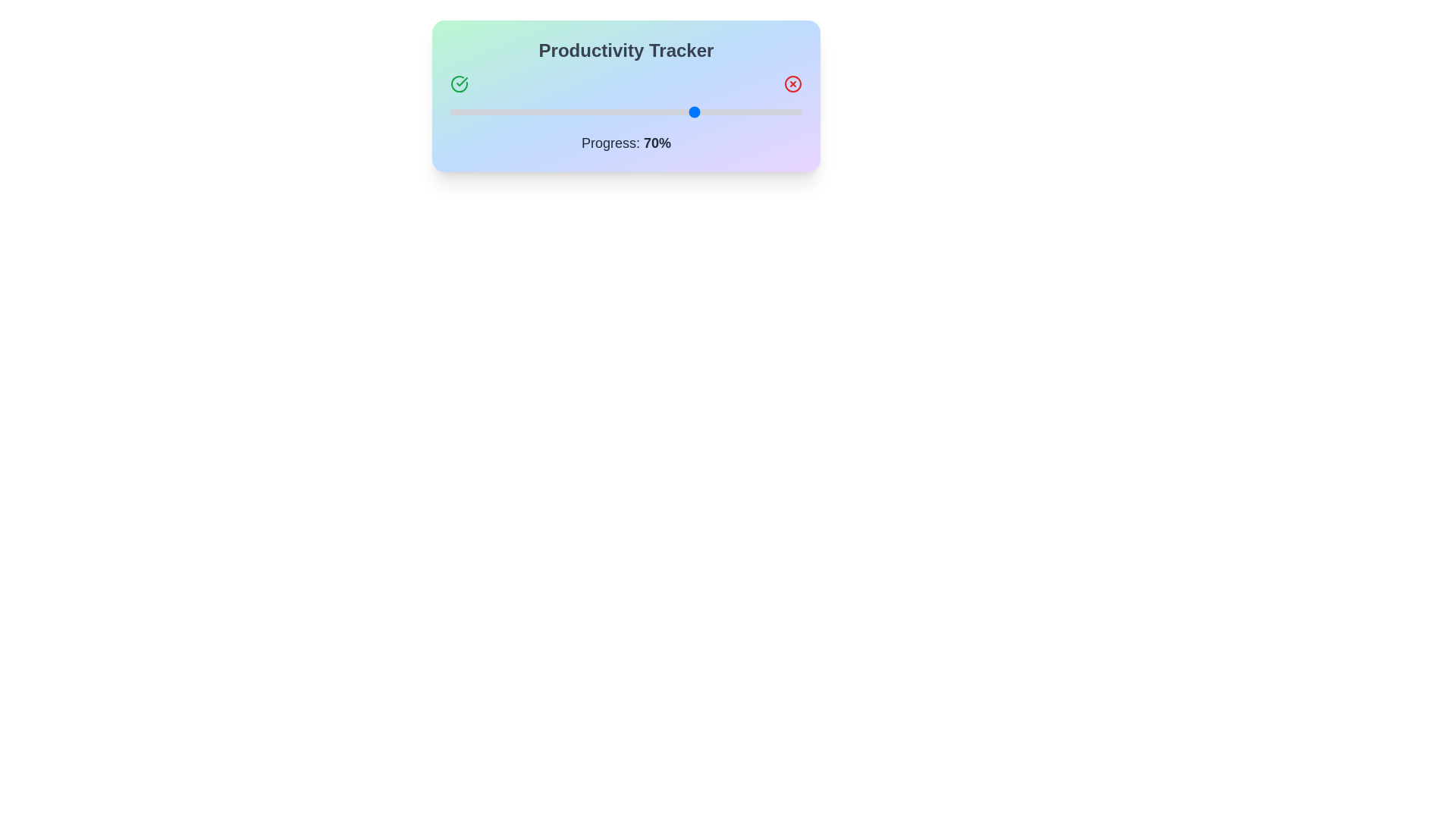 This screenshot has width=1456, height=819. Describe the element at coordinates (792, 84) in the screenshot. I see `the circular red 'X' button in the top-right corner of the card header` at that location.